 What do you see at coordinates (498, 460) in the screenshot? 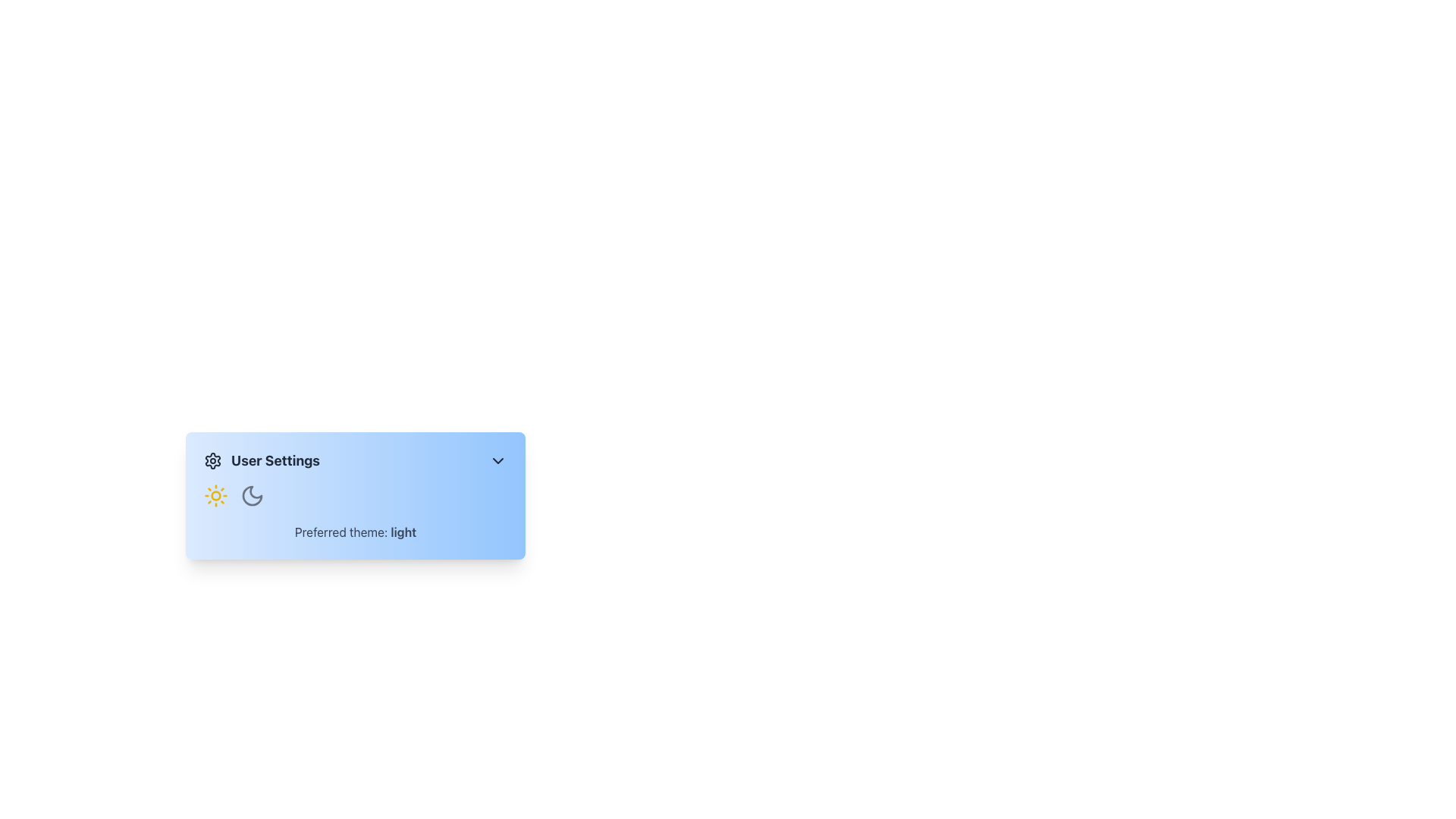
I see `the downward-facing chevron icon in the 'User Settings' section` at bounding box center [498, 460].